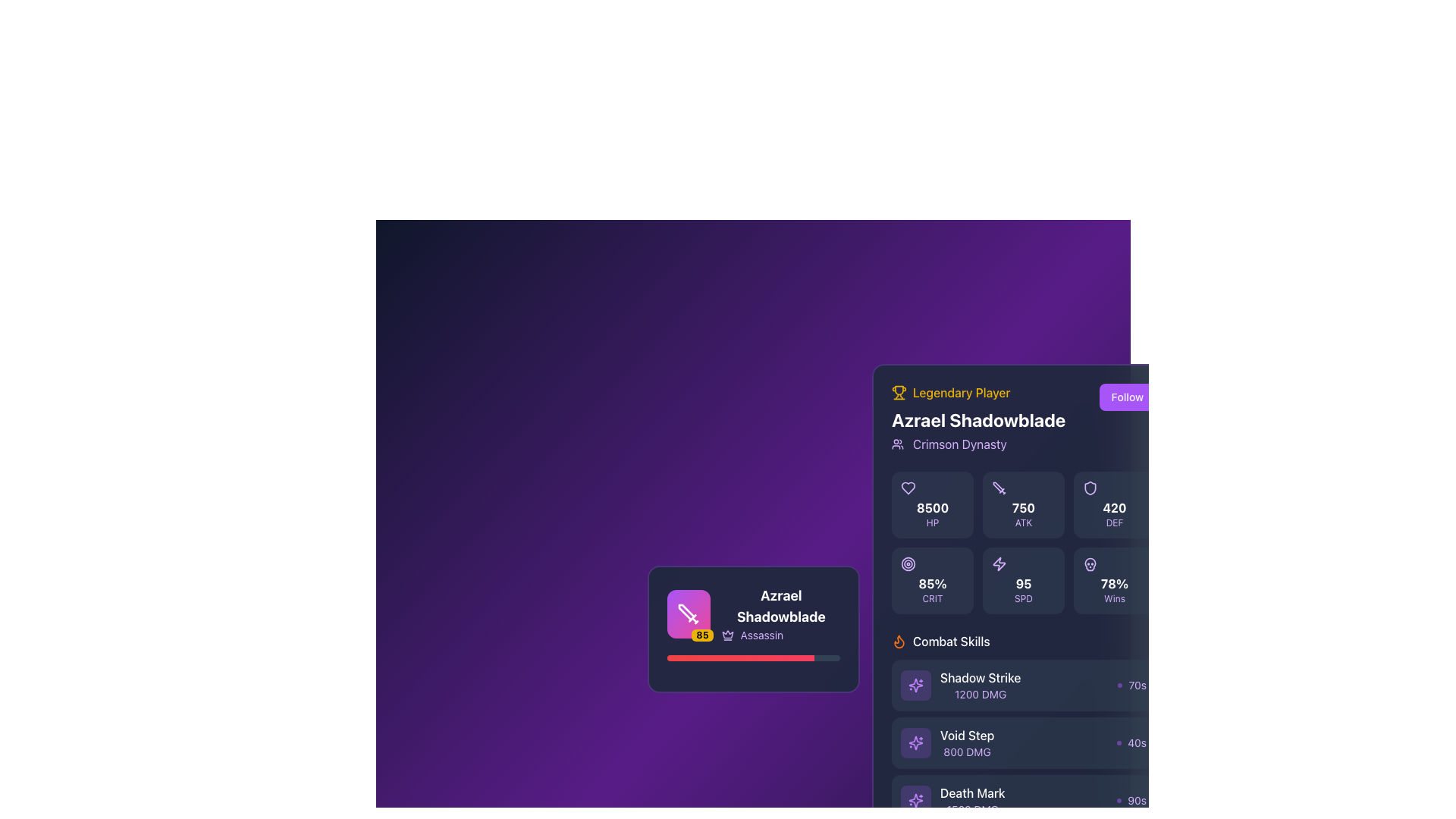 This screenshot has width=1456, height=819. What do you see at coordinates (972, 800) in the screenshot?
I see `text displayed in the 'Death Mark' skill text block, which shows the name and damage value of the skill, located below 'Void Step' in the combat skills list` at bounding box center [972, 800].